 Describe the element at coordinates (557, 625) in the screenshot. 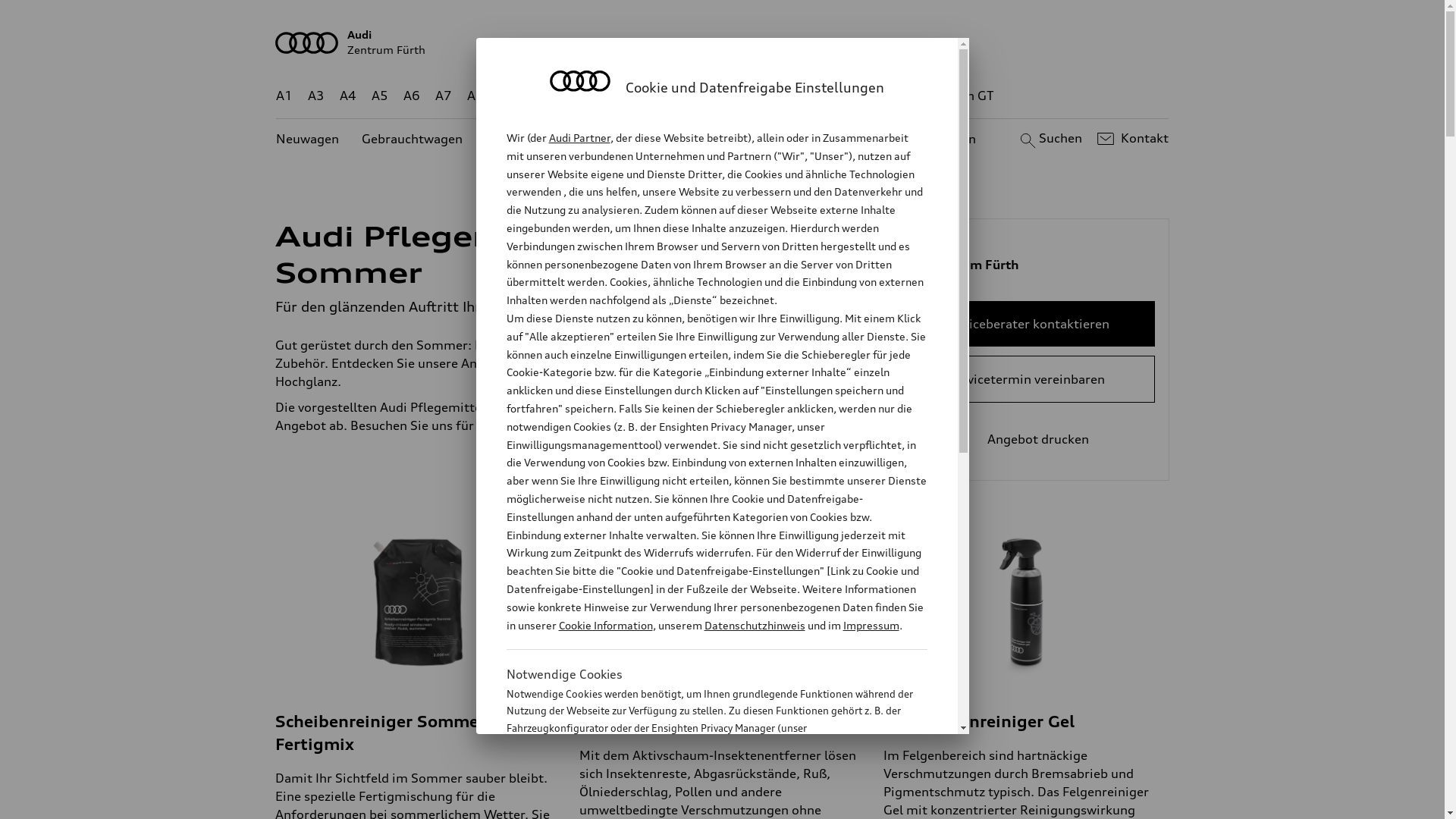

I see `'Cookie Information'` at that location.